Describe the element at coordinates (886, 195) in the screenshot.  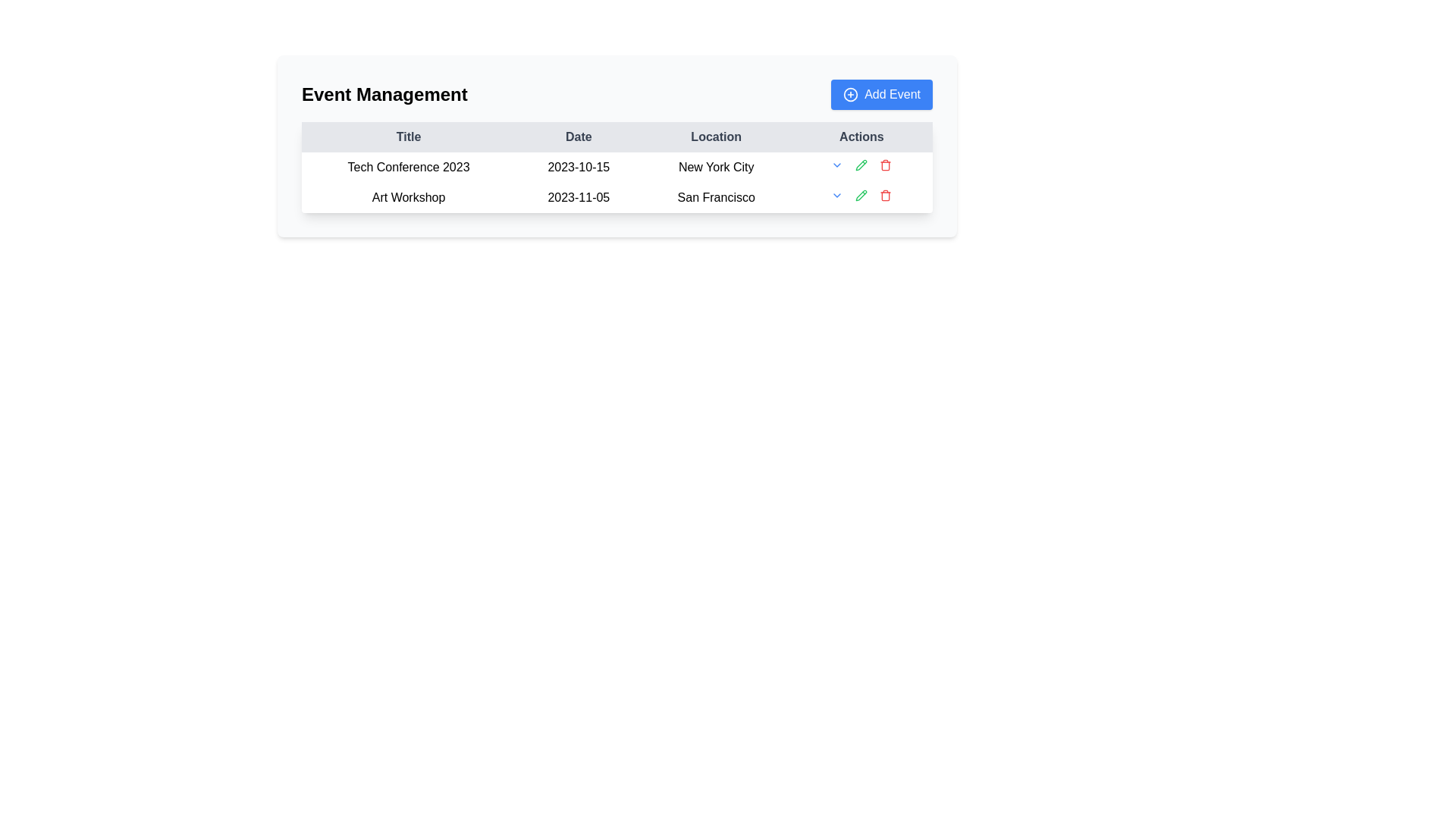
I see `the delete button in the second row of the table under the 'Actions' column` at that location.